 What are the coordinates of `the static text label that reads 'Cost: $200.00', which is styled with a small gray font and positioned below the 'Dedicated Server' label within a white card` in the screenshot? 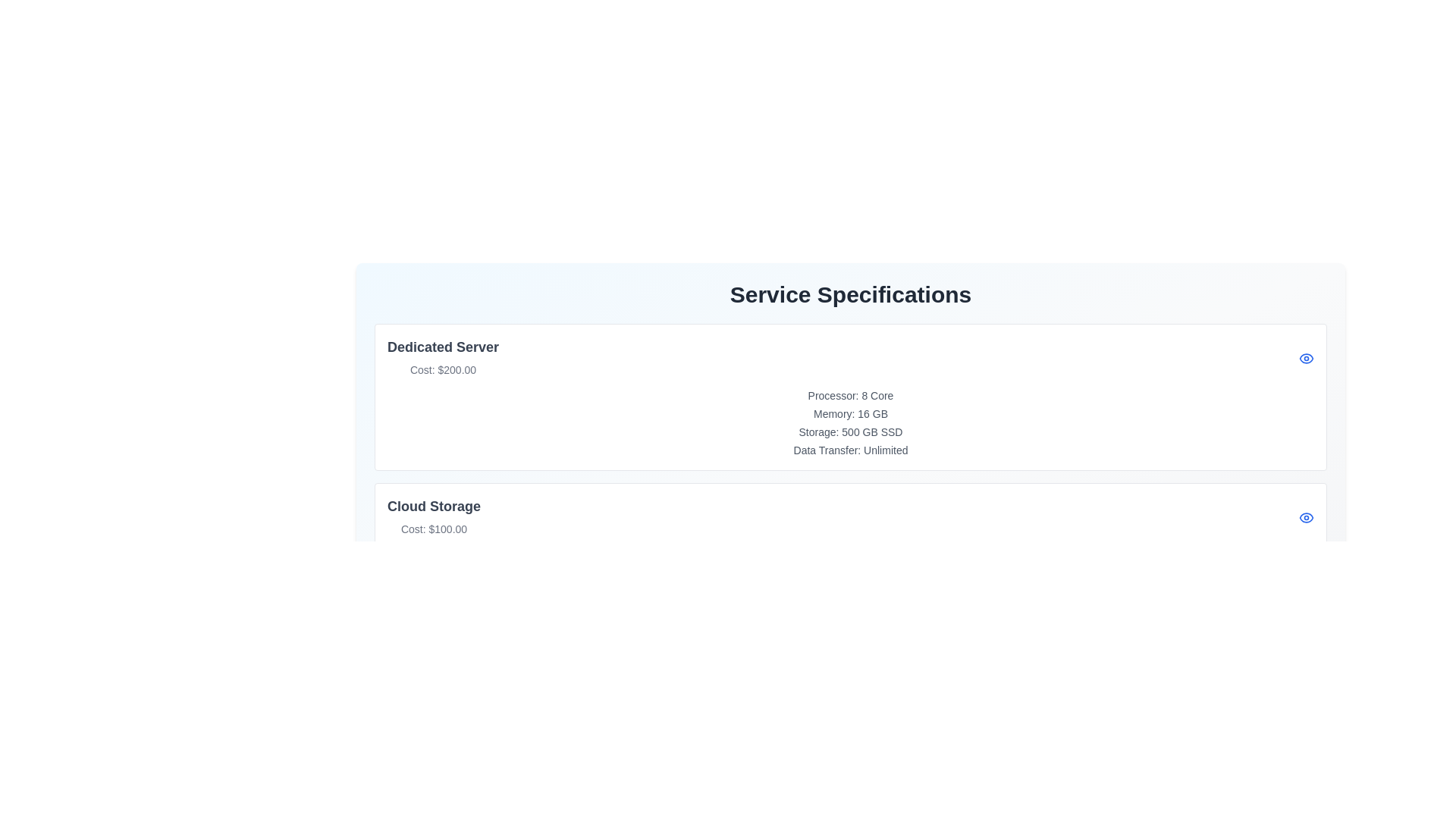 It's located at (442, 370).